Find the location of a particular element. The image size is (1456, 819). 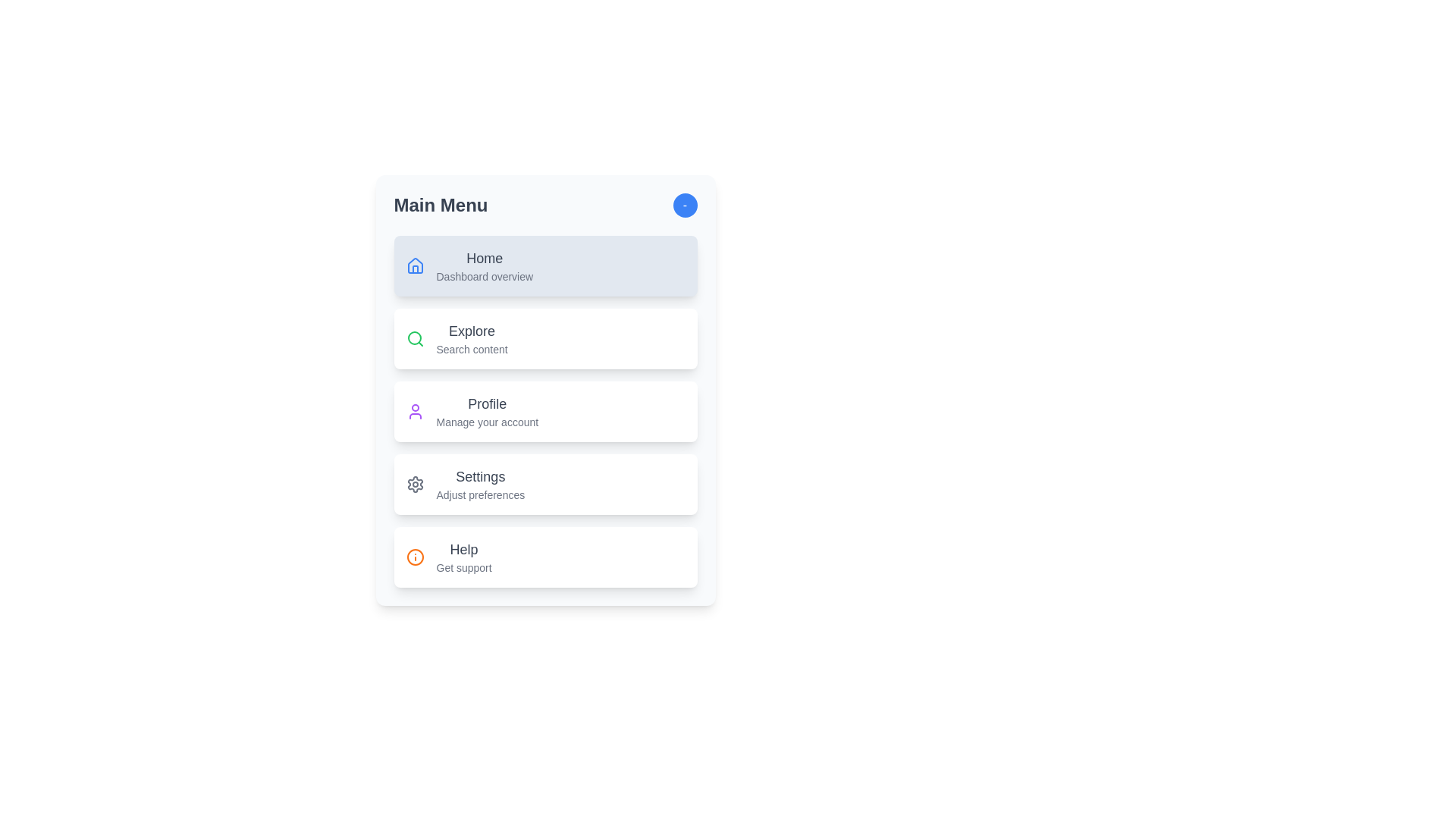

the menu item labeled 'Settings' to observe visual feedback is located at coordinates (545, 485).